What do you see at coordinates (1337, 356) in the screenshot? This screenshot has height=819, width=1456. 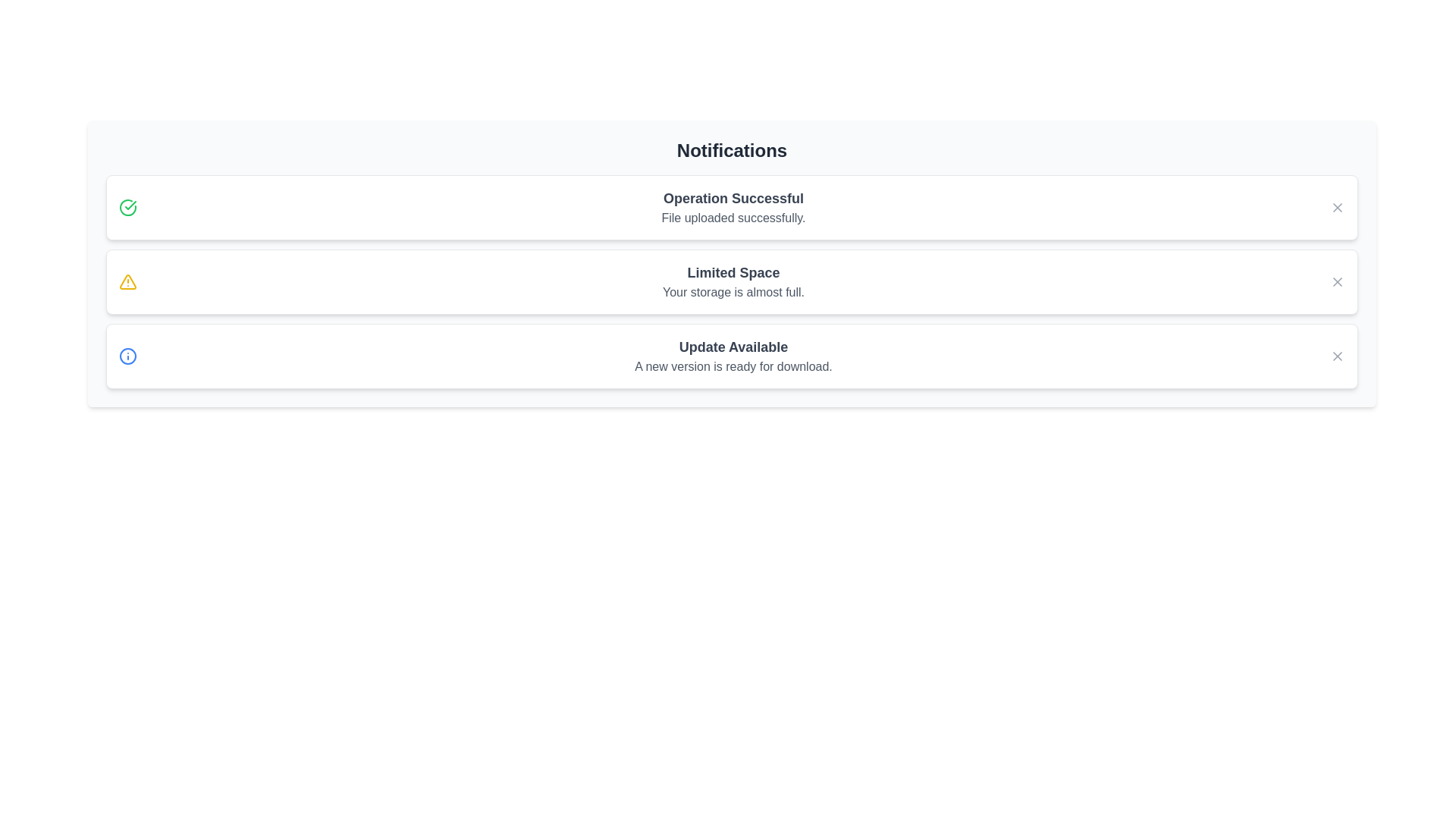 I see `the close button of the notification with title Update Available` at bounding box center [1337, 356].